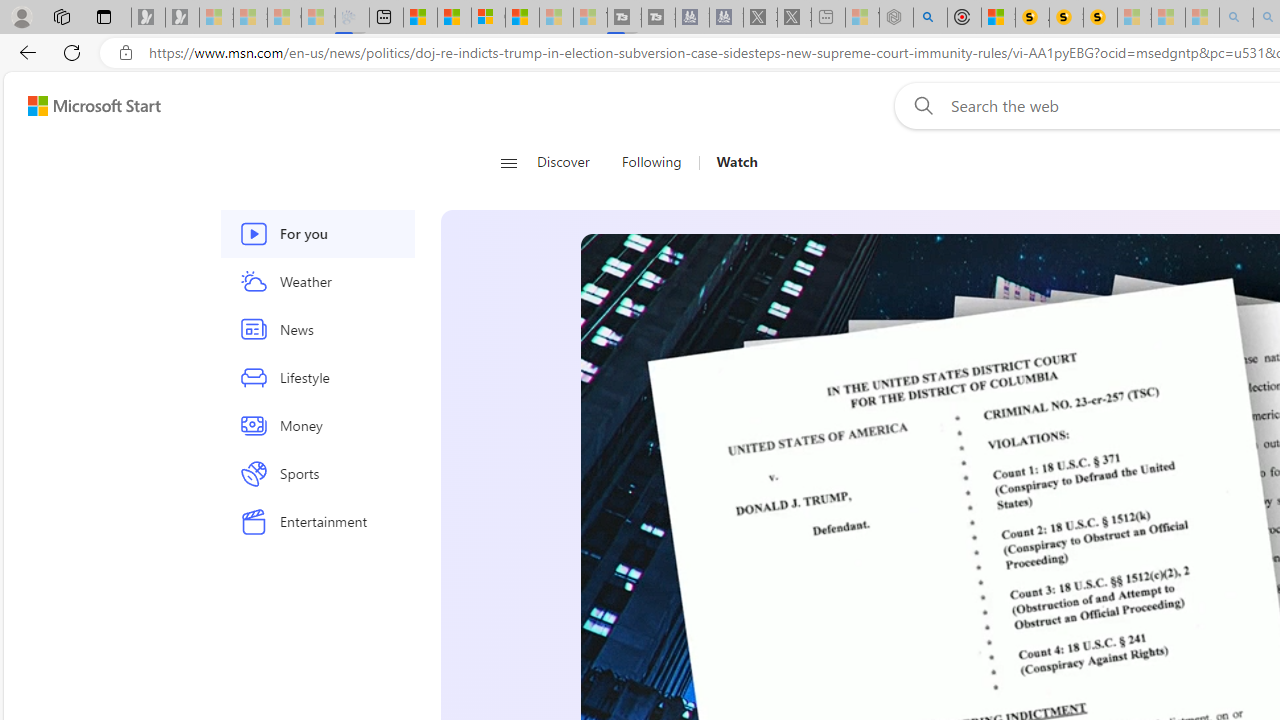 This screenshot has height=720, width=1280. What do you see at coordinates (508, 162) in the screenshot?
I see `'Class: button-glyph'` at bounding box center [508, 162].